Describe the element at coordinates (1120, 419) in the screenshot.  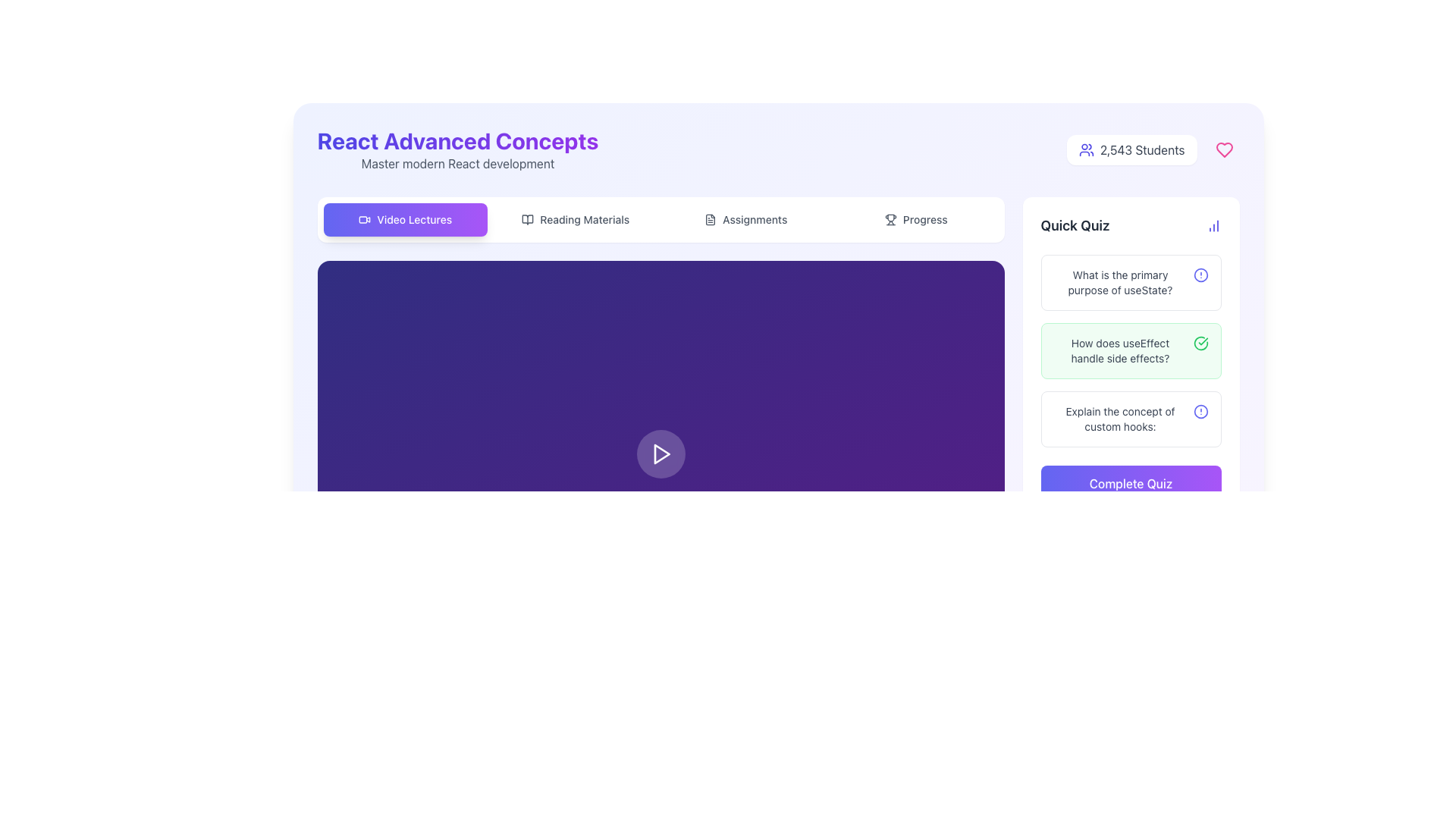
I see `the text label displaying 'Explain the concept of custom hooks:' located in the 'Quick Quiz' section, positioned between 'How does useEffect handle side effects?' and 'Complete Quiz.'` at that location.